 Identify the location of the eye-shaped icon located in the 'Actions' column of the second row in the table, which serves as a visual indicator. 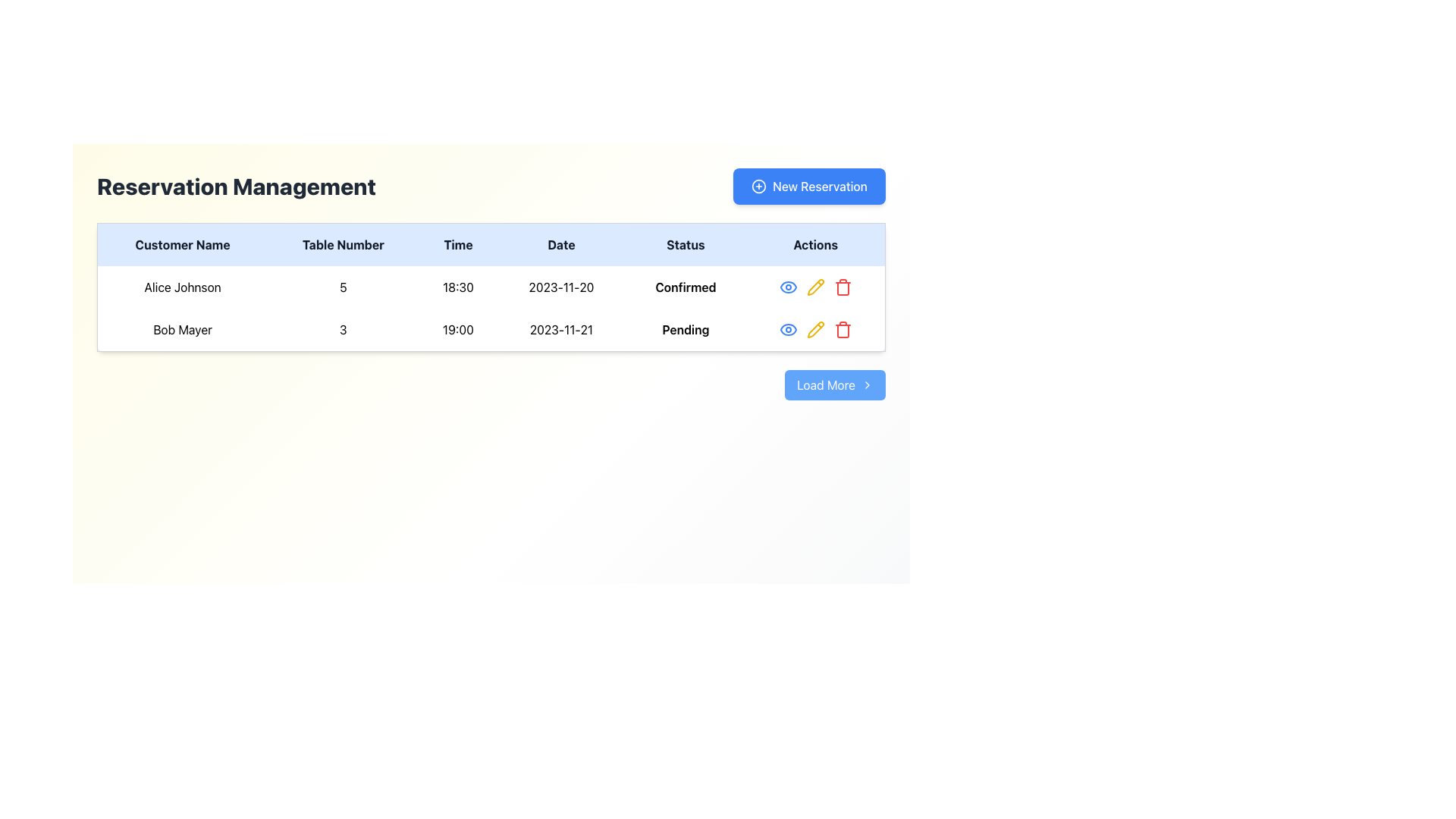
(788, 287).